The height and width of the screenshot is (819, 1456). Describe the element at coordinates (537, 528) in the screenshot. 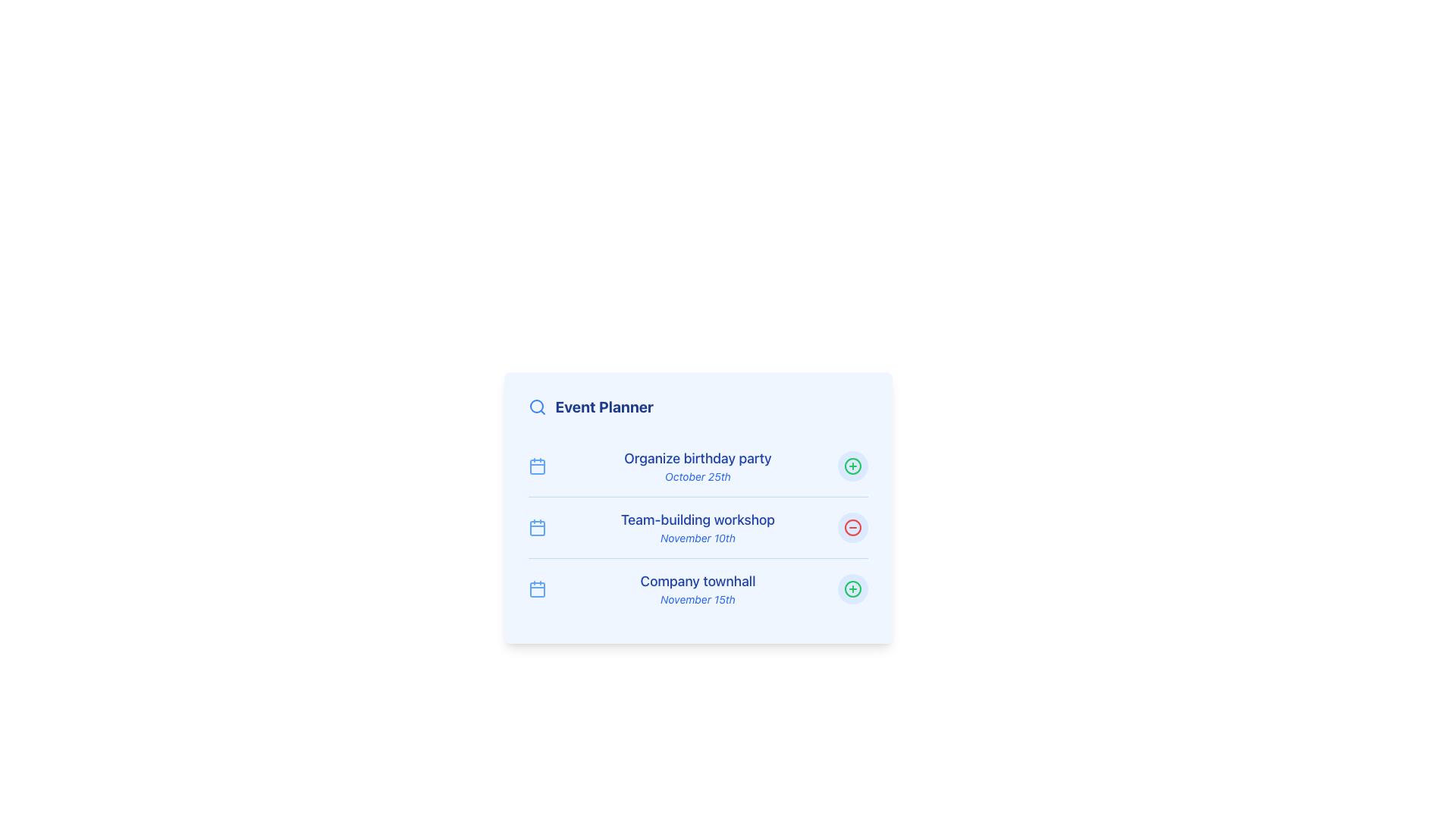

I see `the calendar icon located to the left of the 'Team-building workshop' event title in the second row of the event list` at that location.